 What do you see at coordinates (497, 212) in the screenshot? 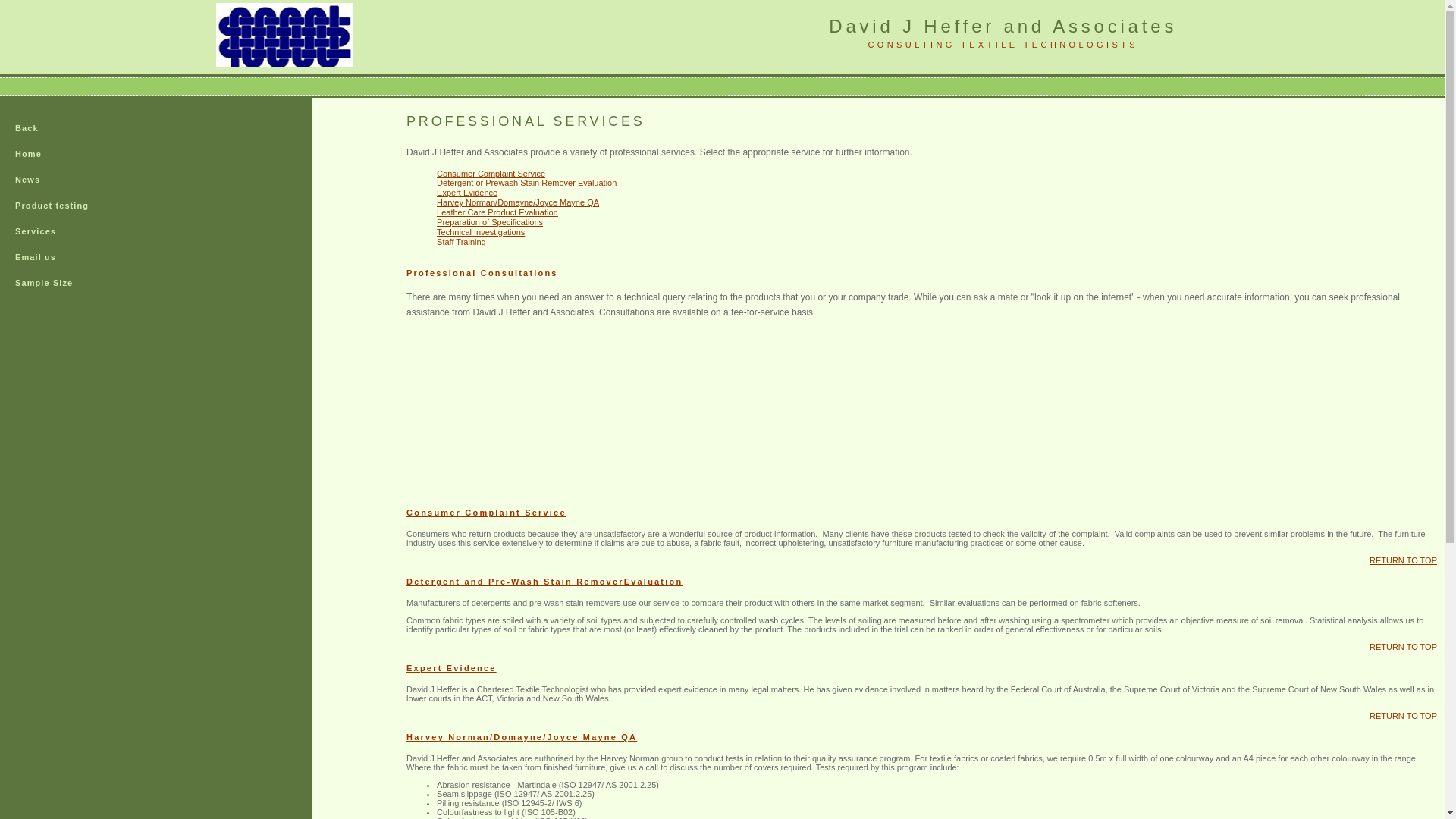
I see `'Leather Care Product Evaluation'` at bounding box center [497, 212].